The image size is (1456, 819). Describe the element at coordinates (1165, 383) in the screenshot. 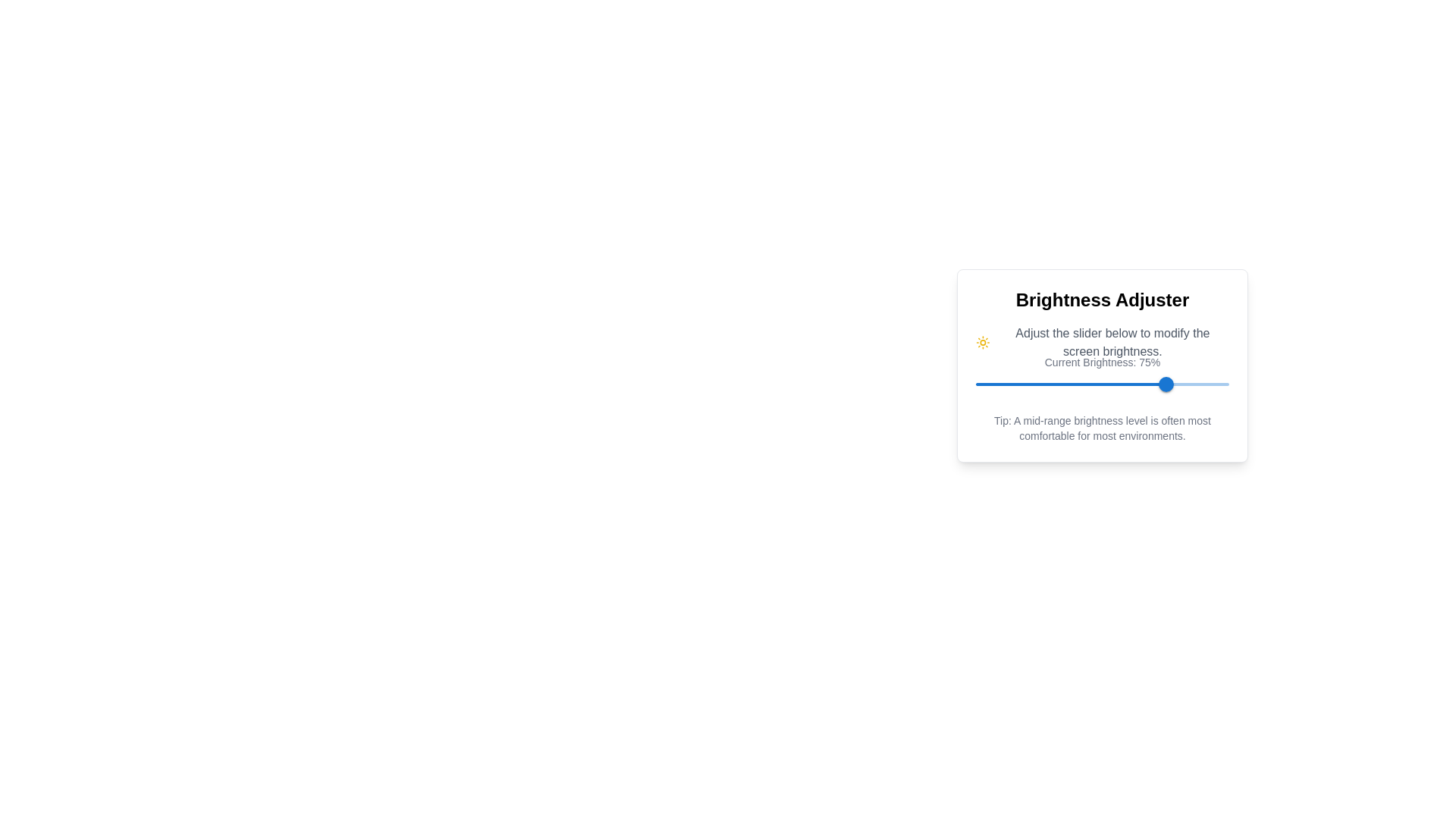

I see `the brightness` at that location.